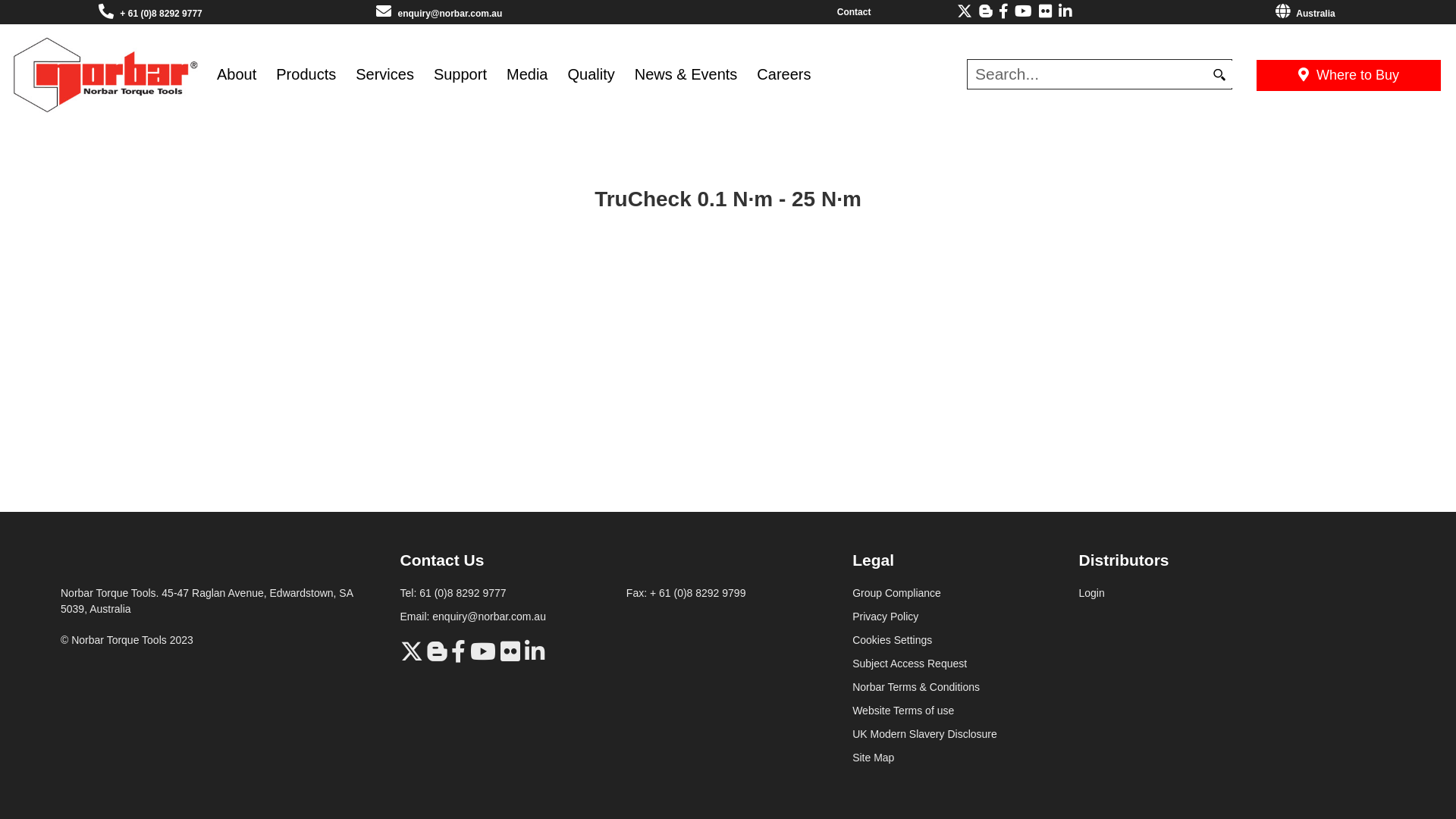 This screenshot has height=819, width=1456. I want to click on '+ 61 (0)8 8292 9777', so click(160, 14).